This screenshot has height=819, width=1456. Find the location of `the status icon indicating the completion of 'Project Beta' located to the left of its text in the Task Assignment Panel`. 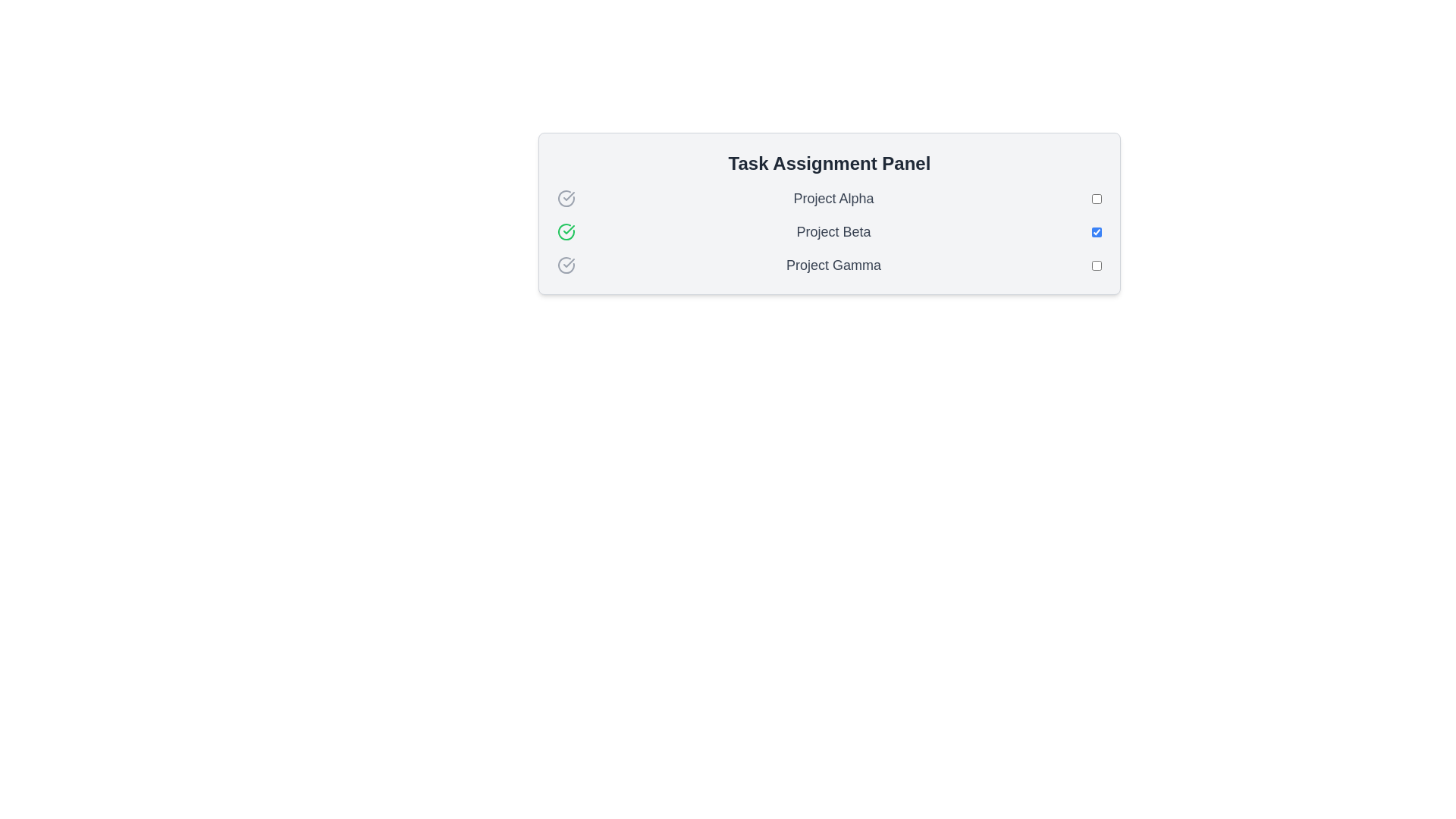

the status icon indicating the completion of 'Project Beta' located to the left of its text in the Task Assignment Panel is located at coordinates (566, 231).